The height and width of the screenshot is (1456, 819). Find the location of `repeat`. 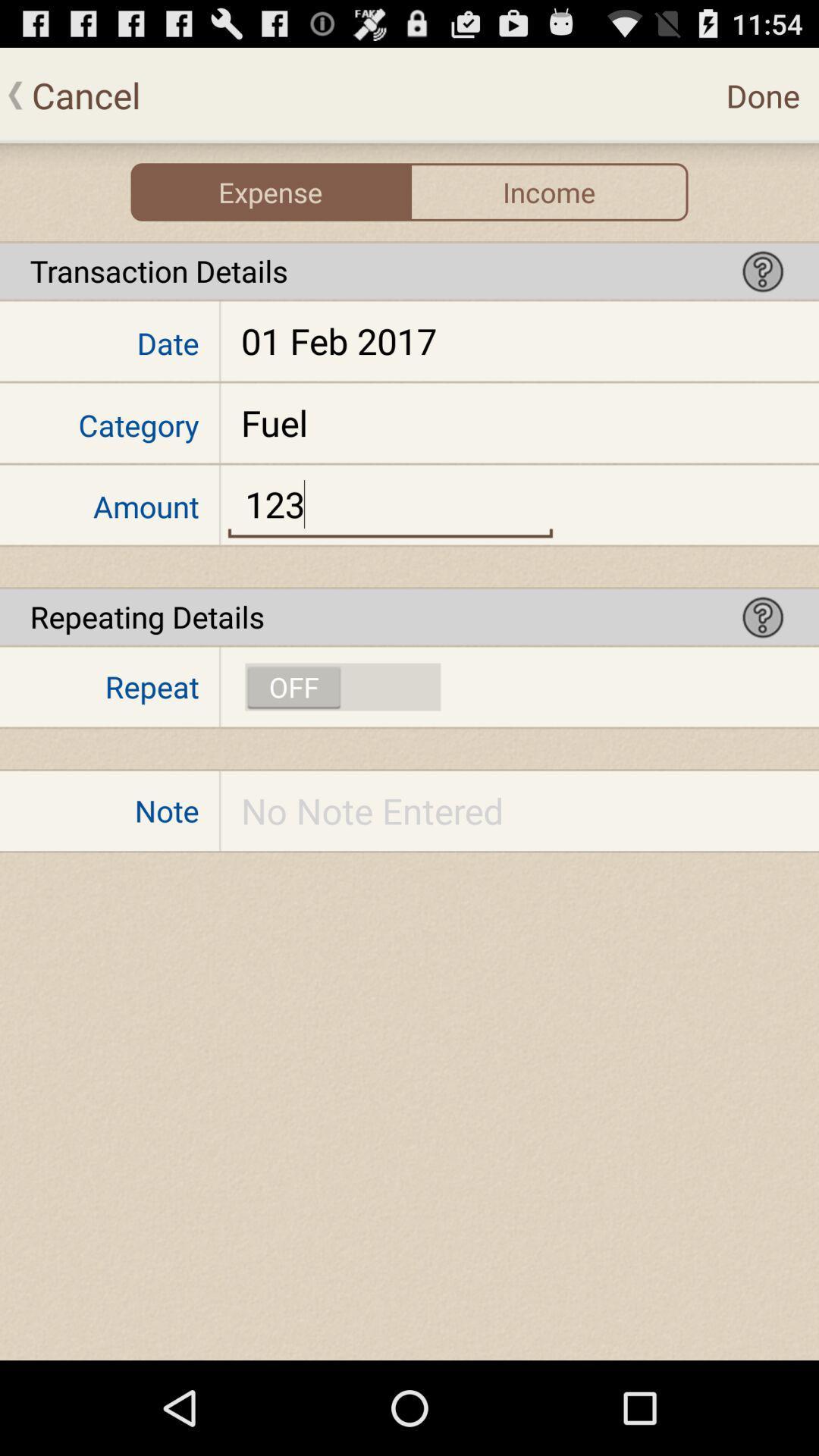

repeat is located at coordinates (343, 686).